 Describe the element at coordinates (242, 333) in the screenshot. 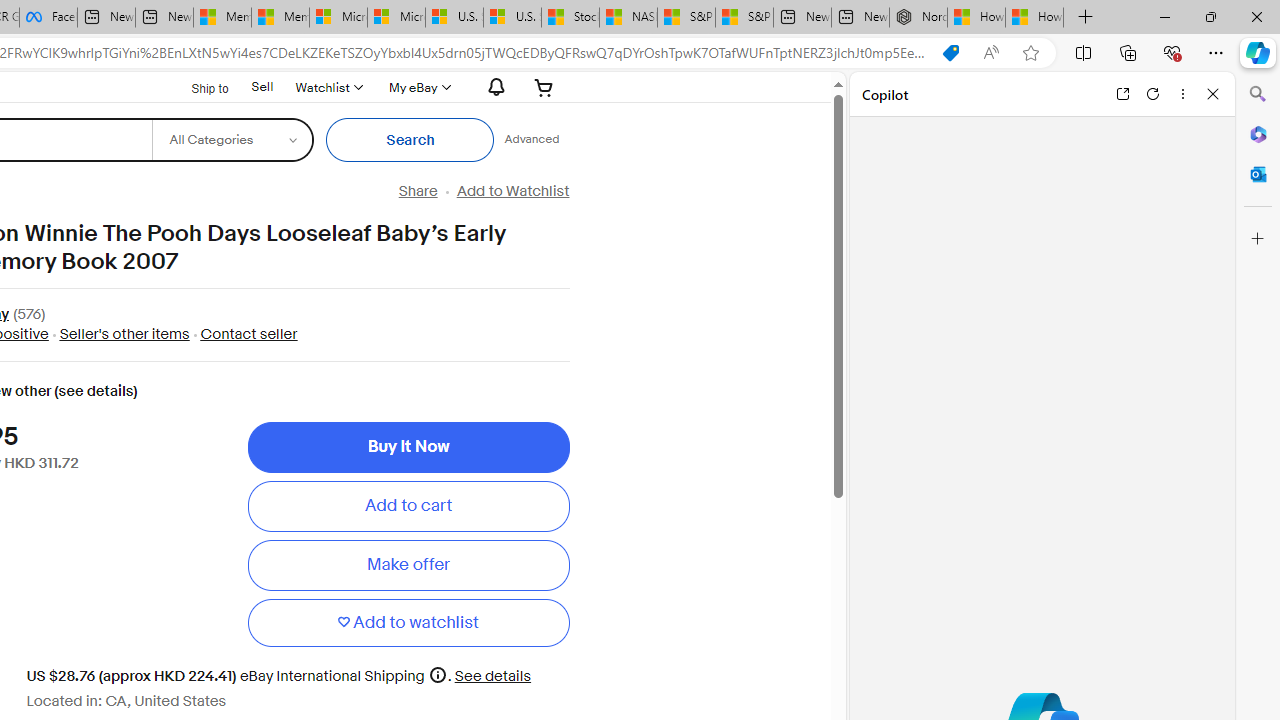

I see `'  Contact seller'` at that location.